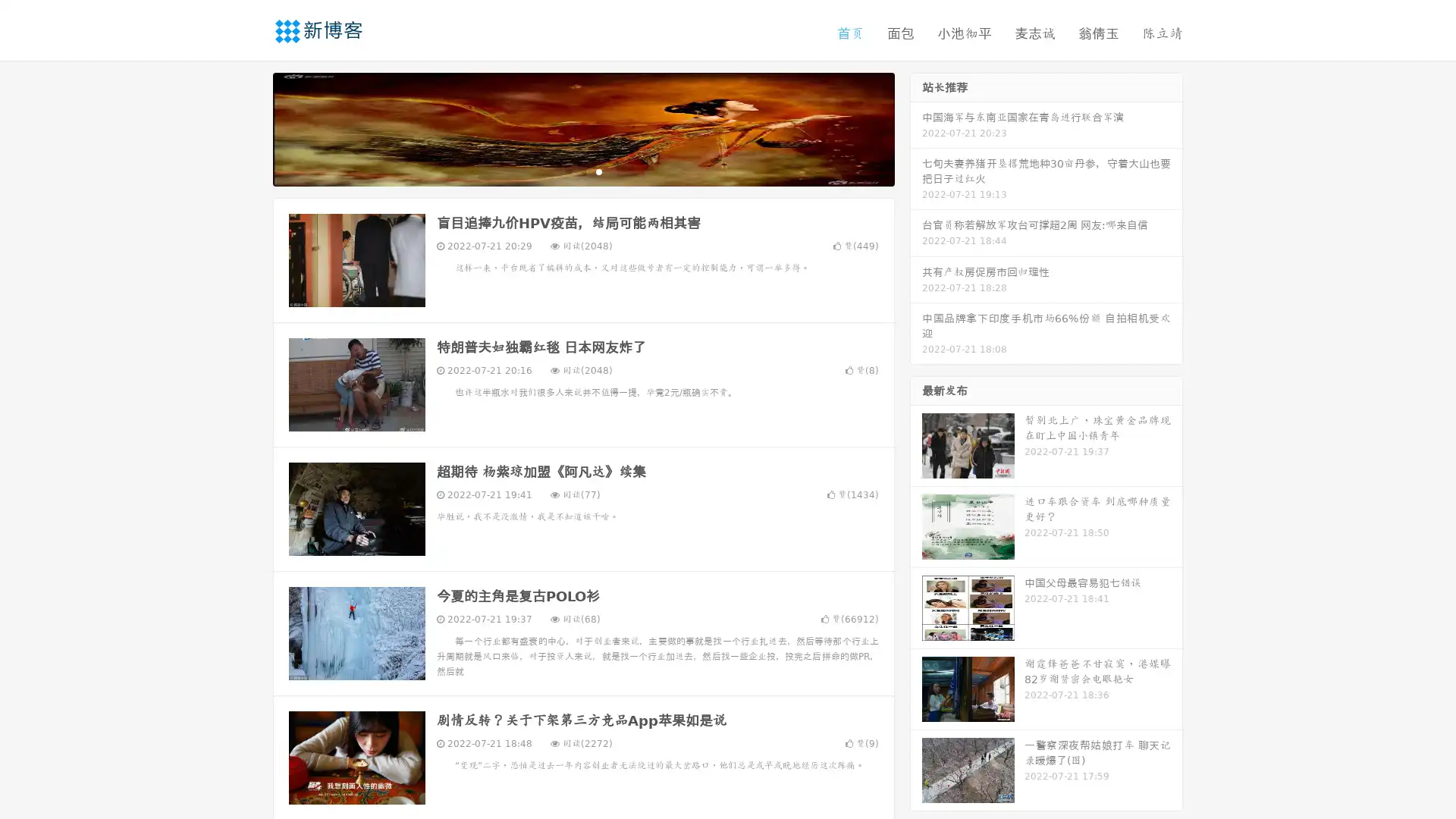 The width and height of the screenshot is (1456, 819). I want to click on Next slide, so click(916, 127).